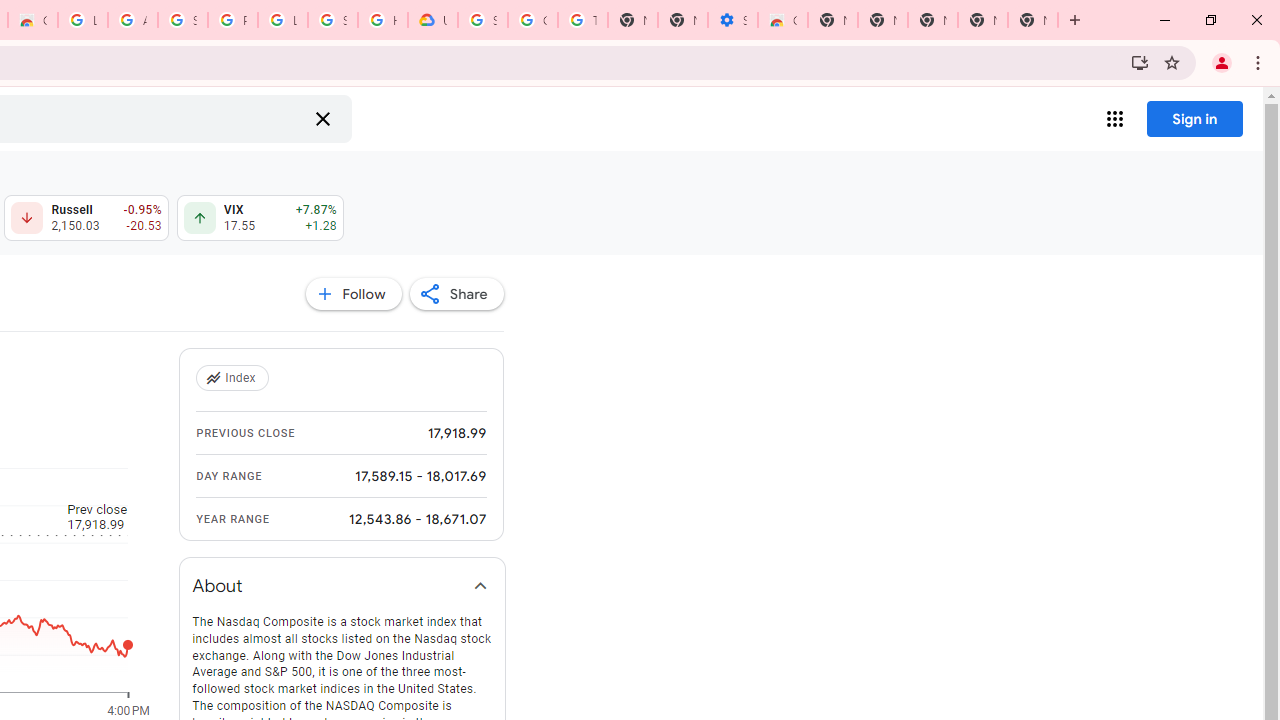 The height and width of the screenshot is (720, 1280). What do you see at coordinates (533, 20) in the screenshot?
I see `'Google Account Help'` at bounding box center [533, 20].